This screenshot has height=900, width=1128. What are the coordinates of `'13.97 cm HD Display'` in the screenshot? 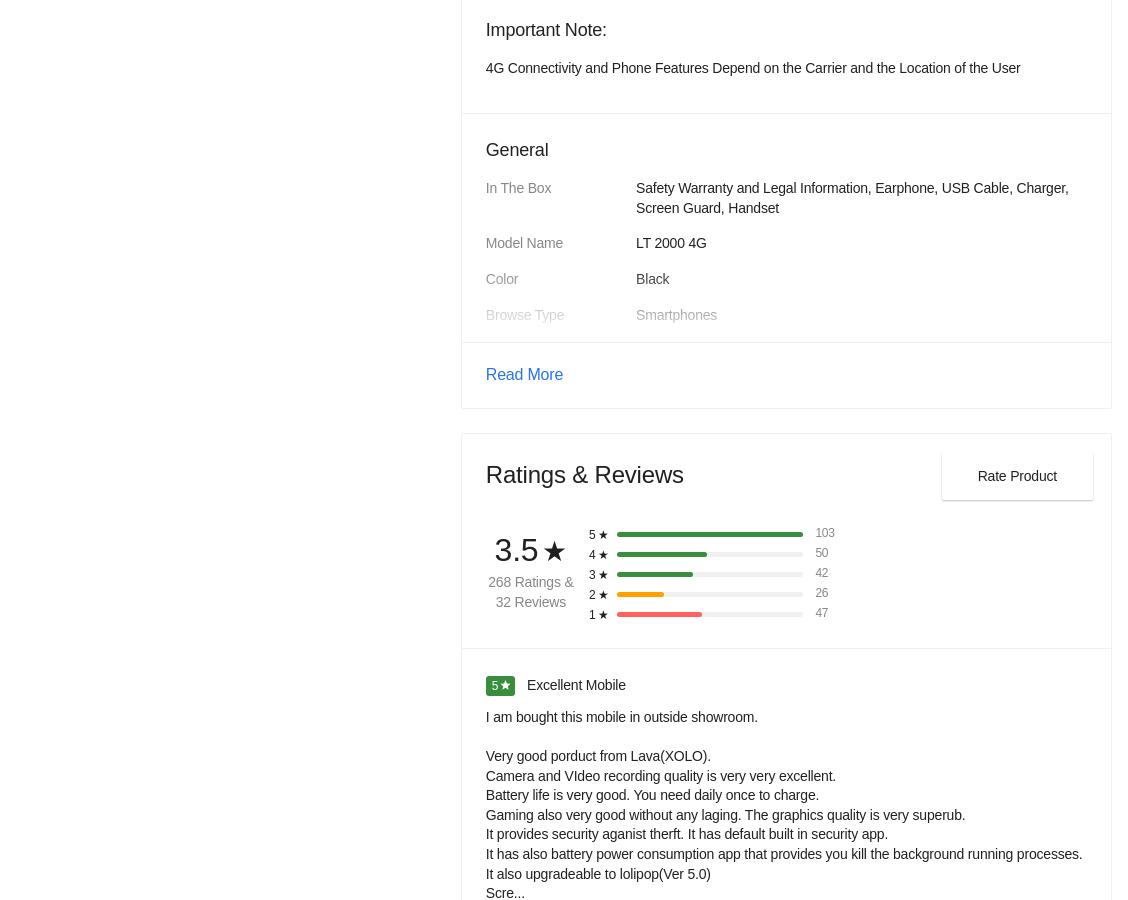 It's located at (633, 129).